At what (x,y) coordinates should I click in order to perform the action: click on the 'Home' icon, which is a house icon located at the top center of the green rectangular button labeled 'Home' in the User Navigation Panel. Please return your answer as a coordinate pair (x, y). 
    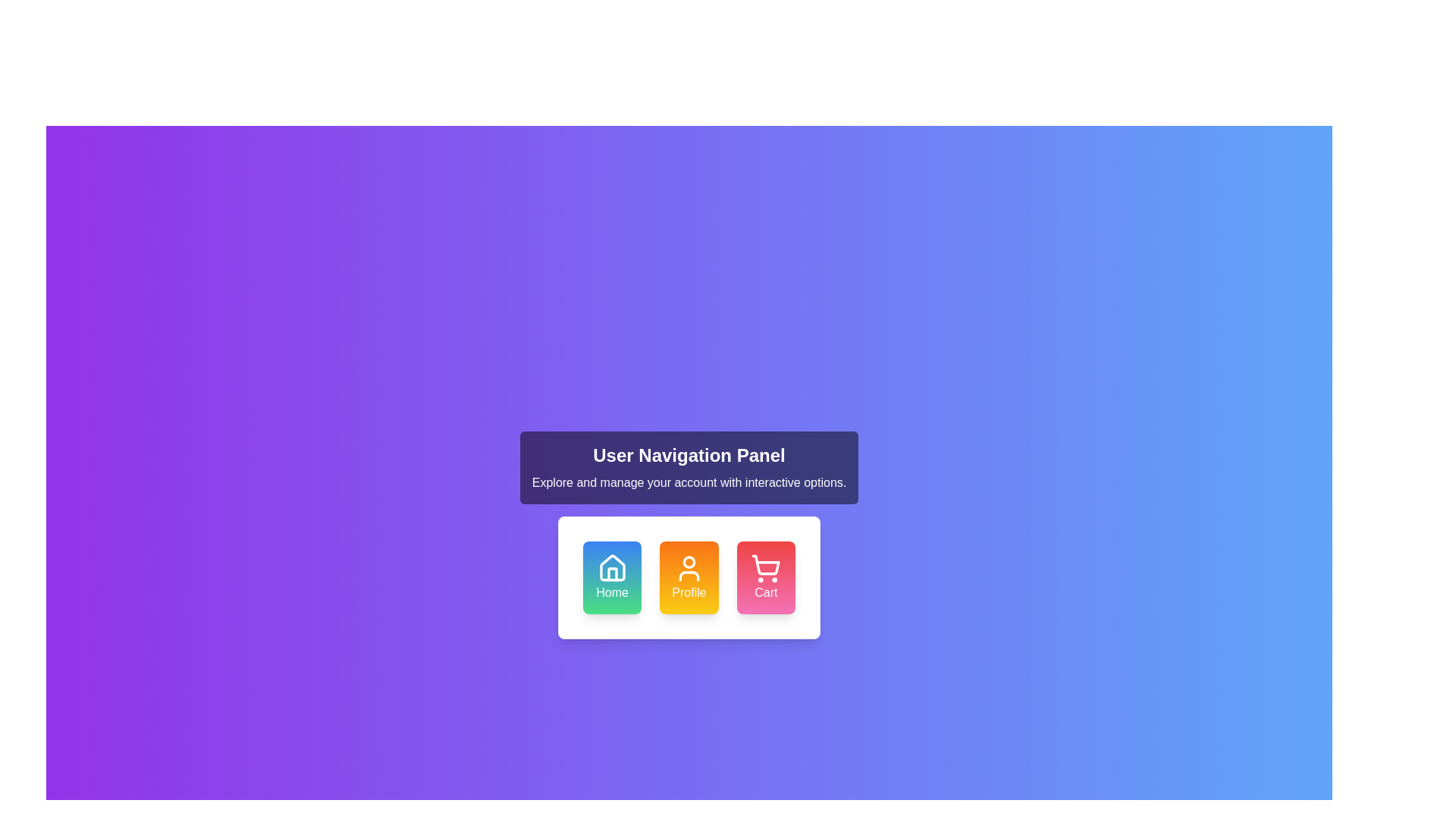
    Looking at the image, I should click on (612, 568).